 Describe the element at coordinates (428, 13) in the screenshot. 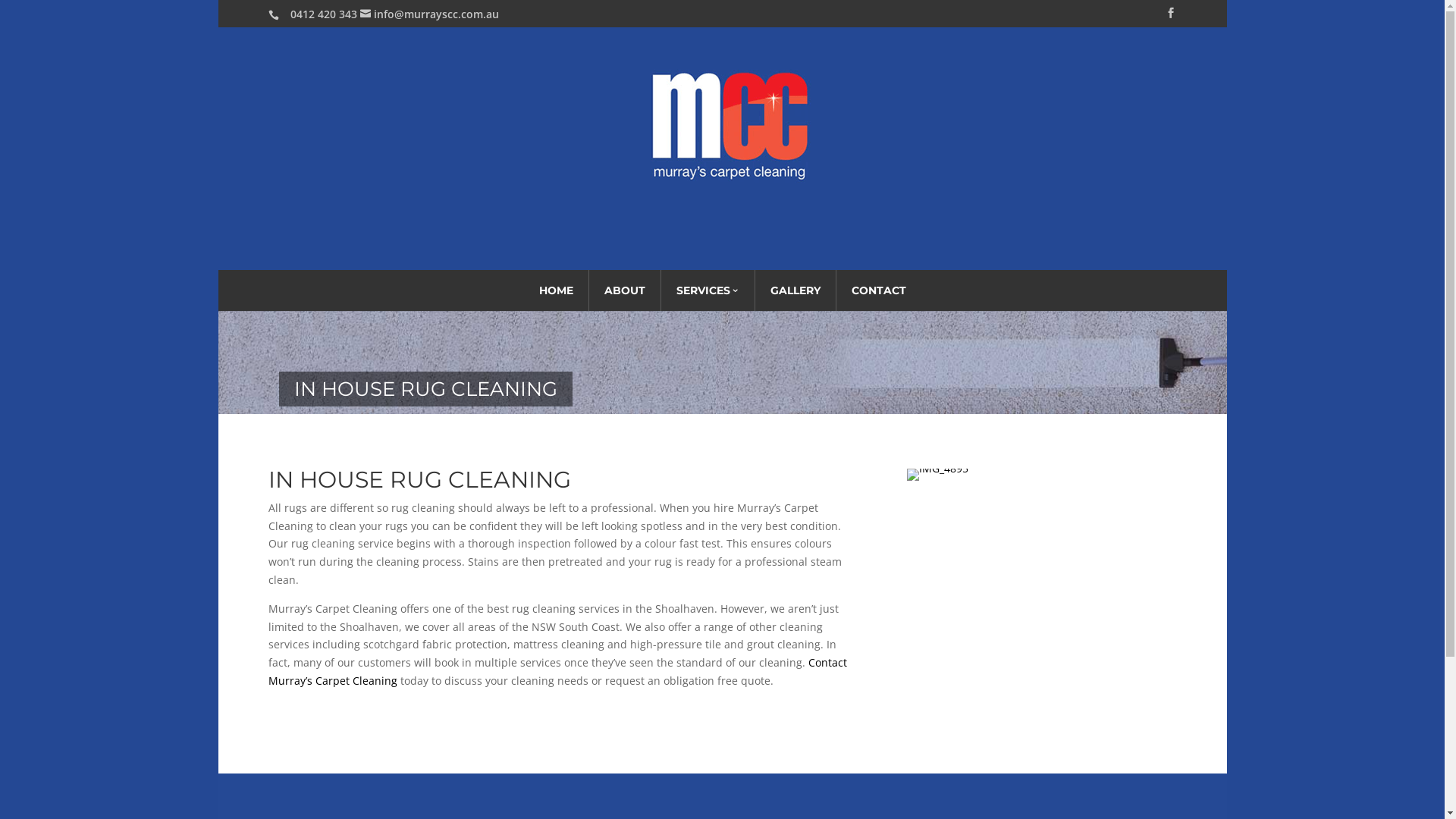

I see `'info@murrayscc.com.au'` at that location.